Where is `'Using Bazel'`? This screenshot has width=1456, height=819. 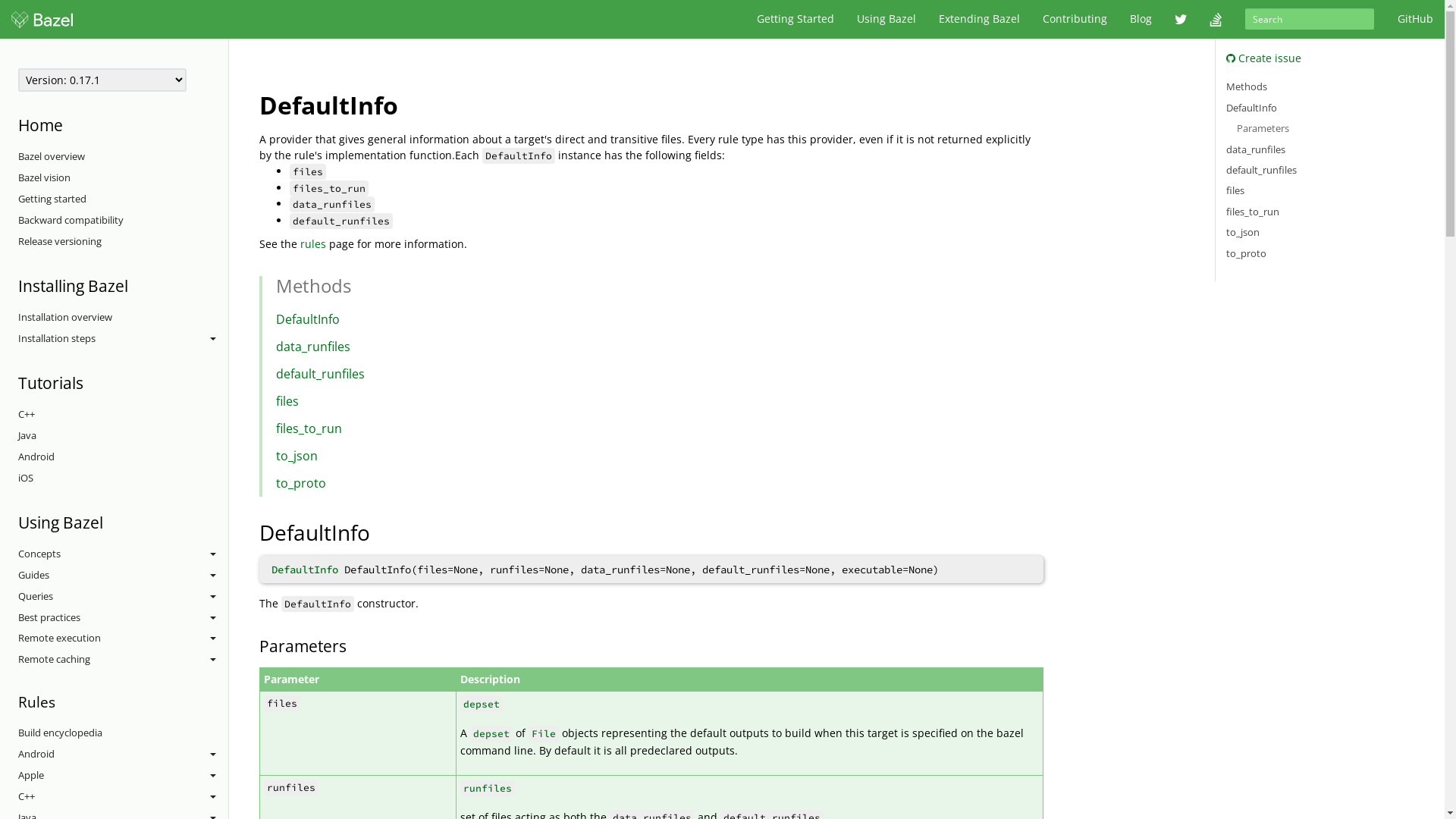
'Using Bazel' is located at coordinates (886, 18).